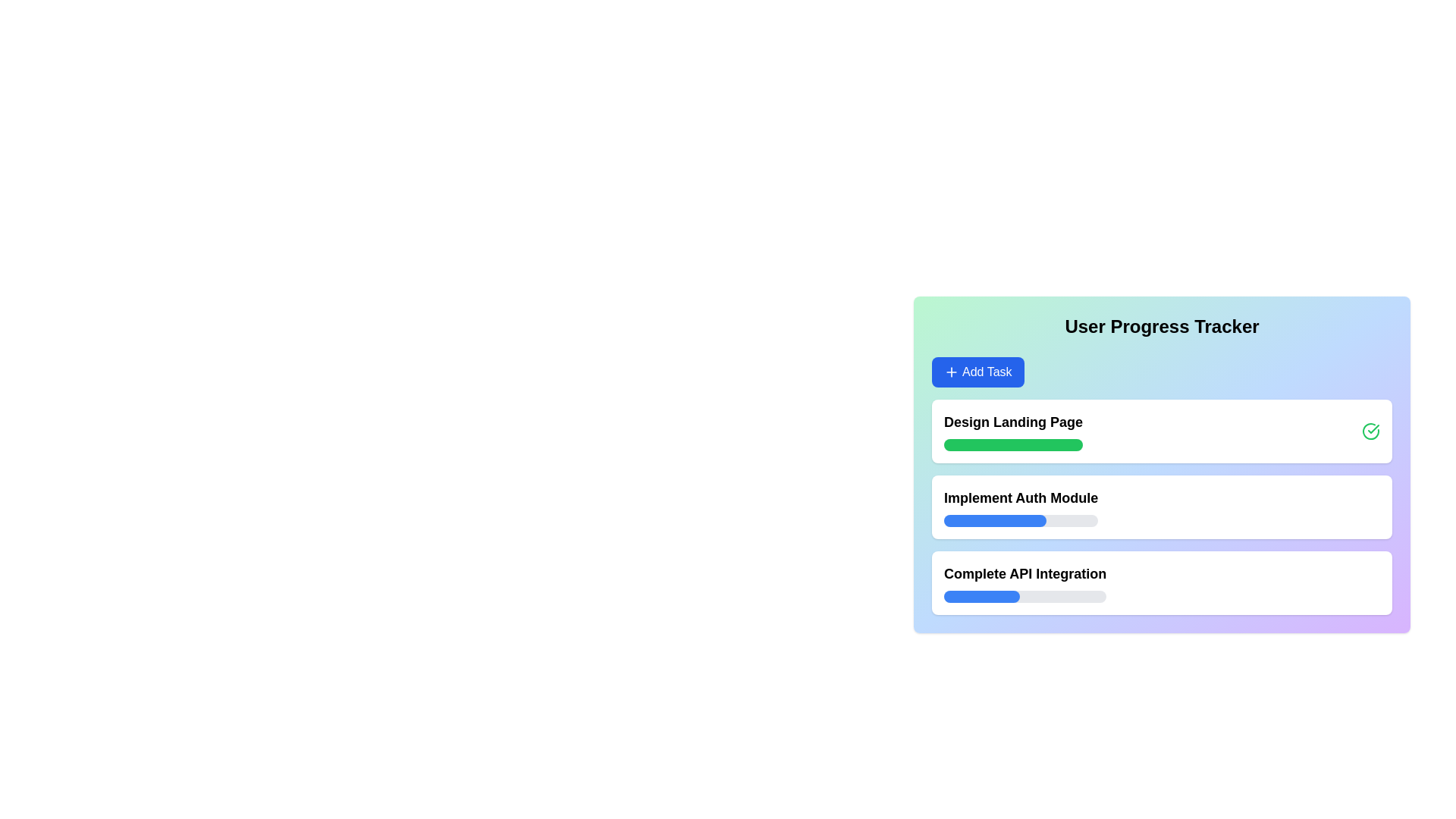 The height and width of the screenshot is (819, 1456). I want to click on the blue 'Add Task' button with rounded corners, located below the 'User Progress Tracker' title, for accessibility navigation, so click(977, 372).